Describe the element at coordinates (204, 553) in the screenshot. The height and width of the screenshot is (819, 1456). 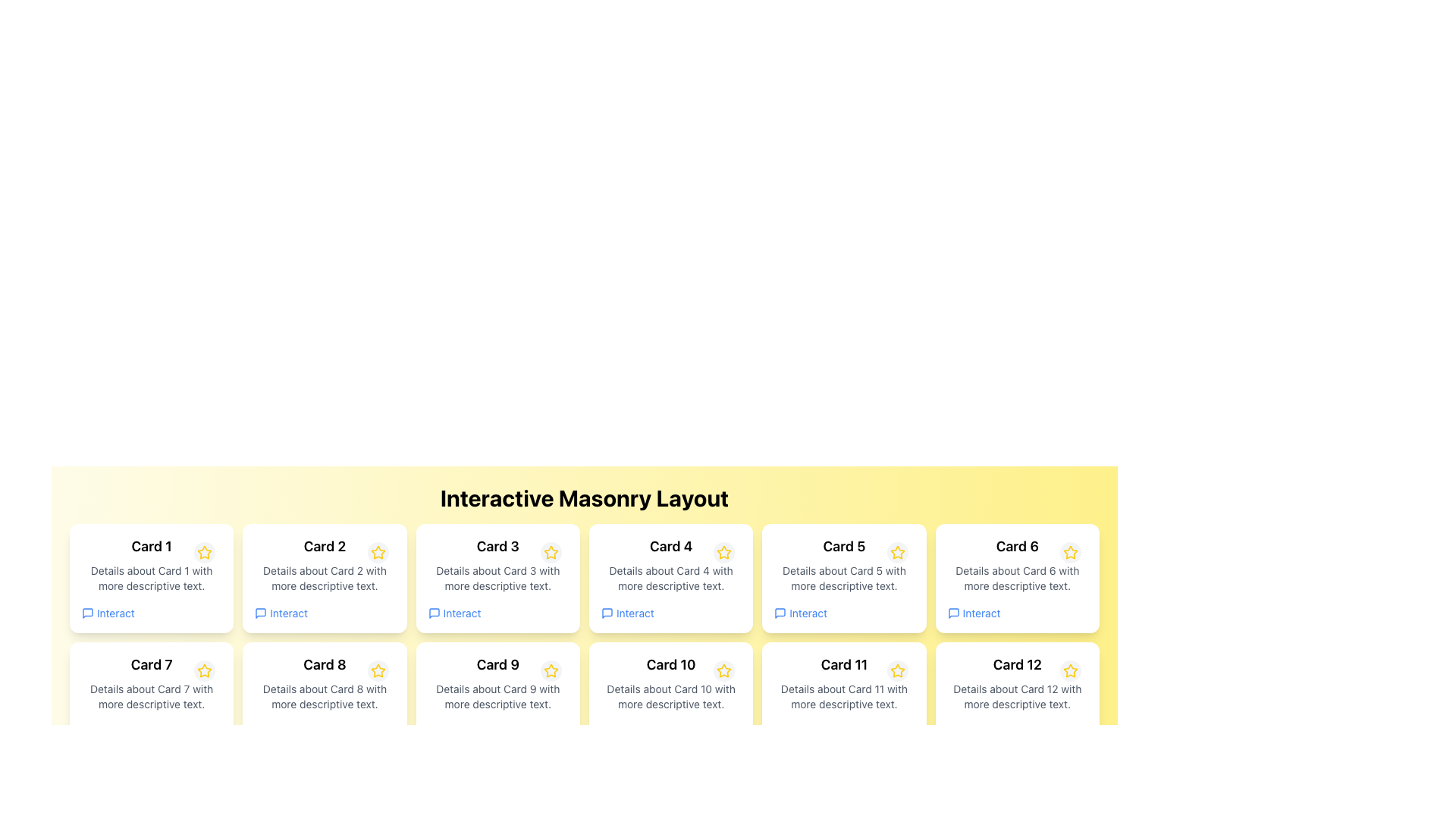
I see `the decorative star icon located at the top-right position of 'Card 1' in the first row of the grid layout to mark the associated item as a favorite` at that location.